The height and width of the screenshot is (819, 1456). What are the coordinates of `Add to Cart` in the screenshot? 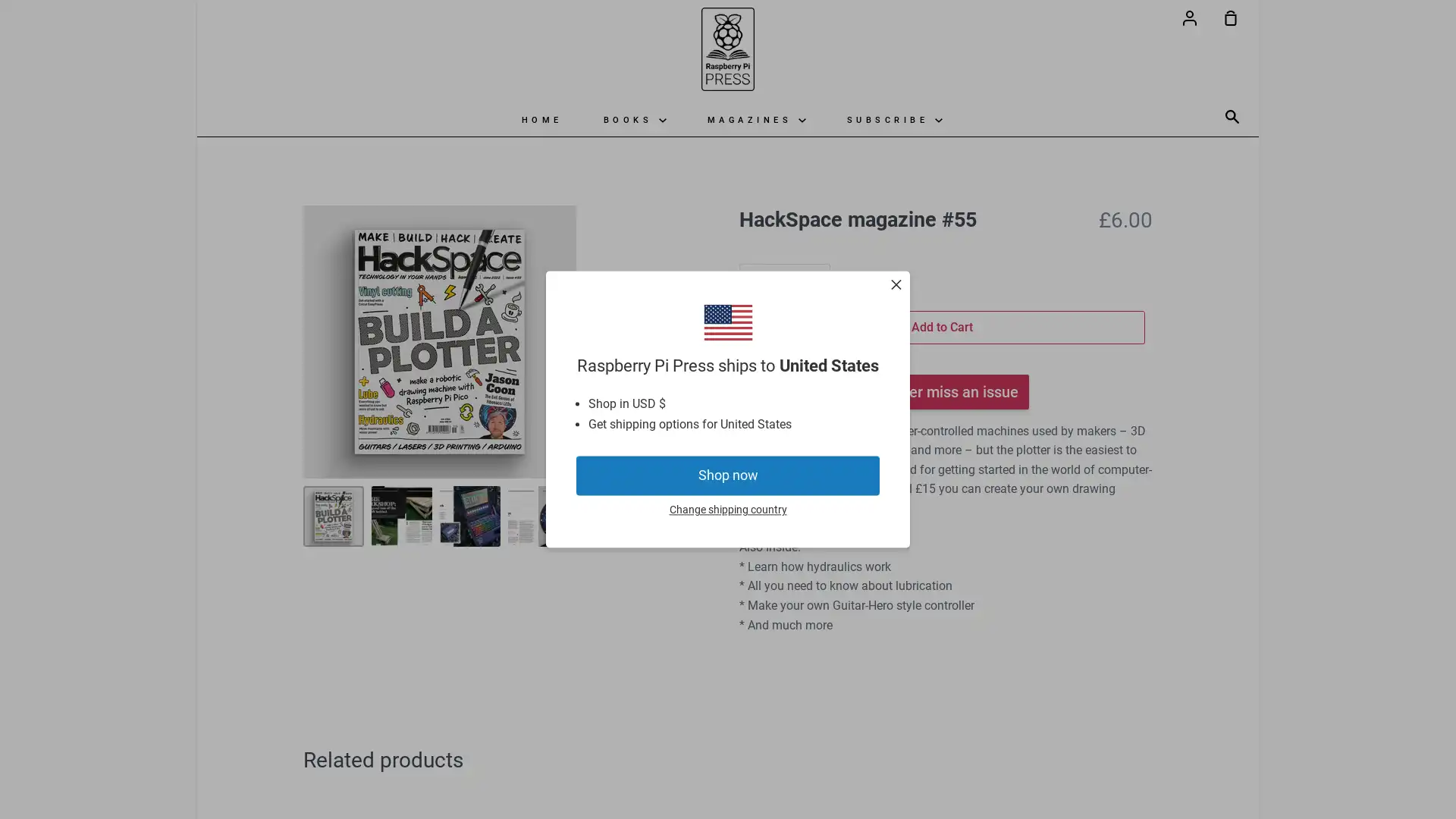 It's located at (941, 326).